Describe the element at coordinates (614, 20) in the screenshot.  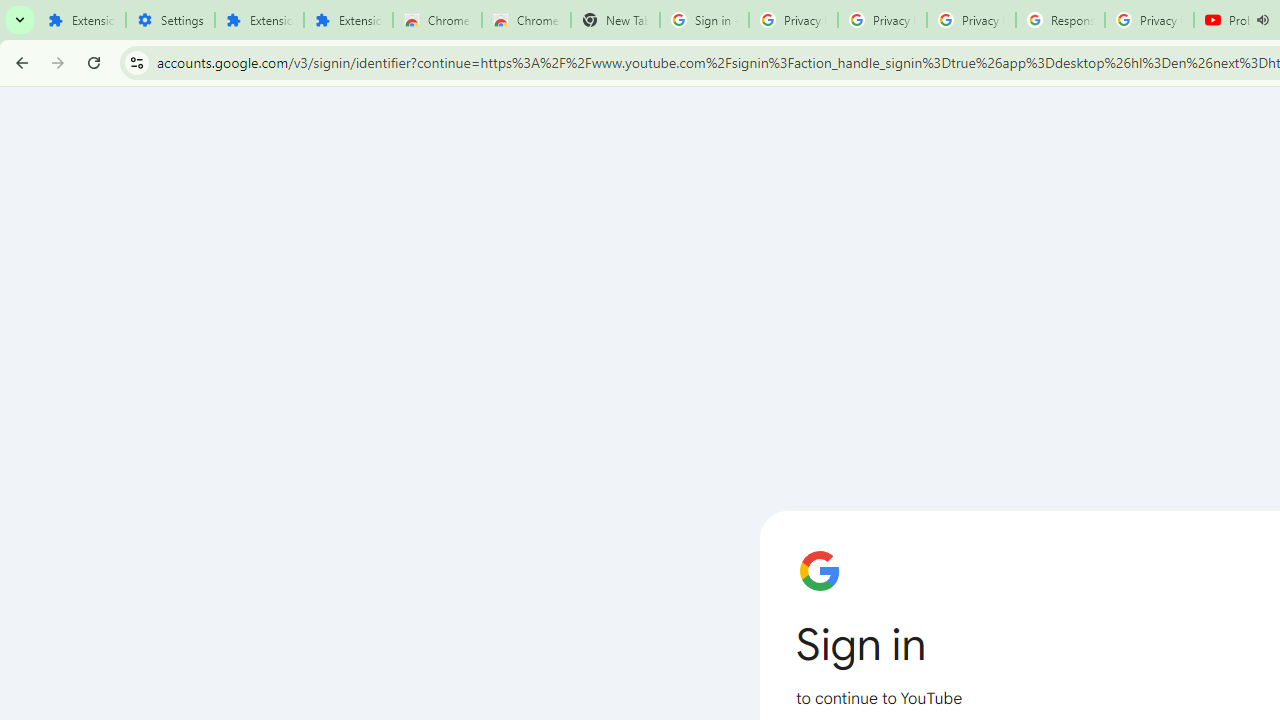
I see `'New Tab'` at that location.